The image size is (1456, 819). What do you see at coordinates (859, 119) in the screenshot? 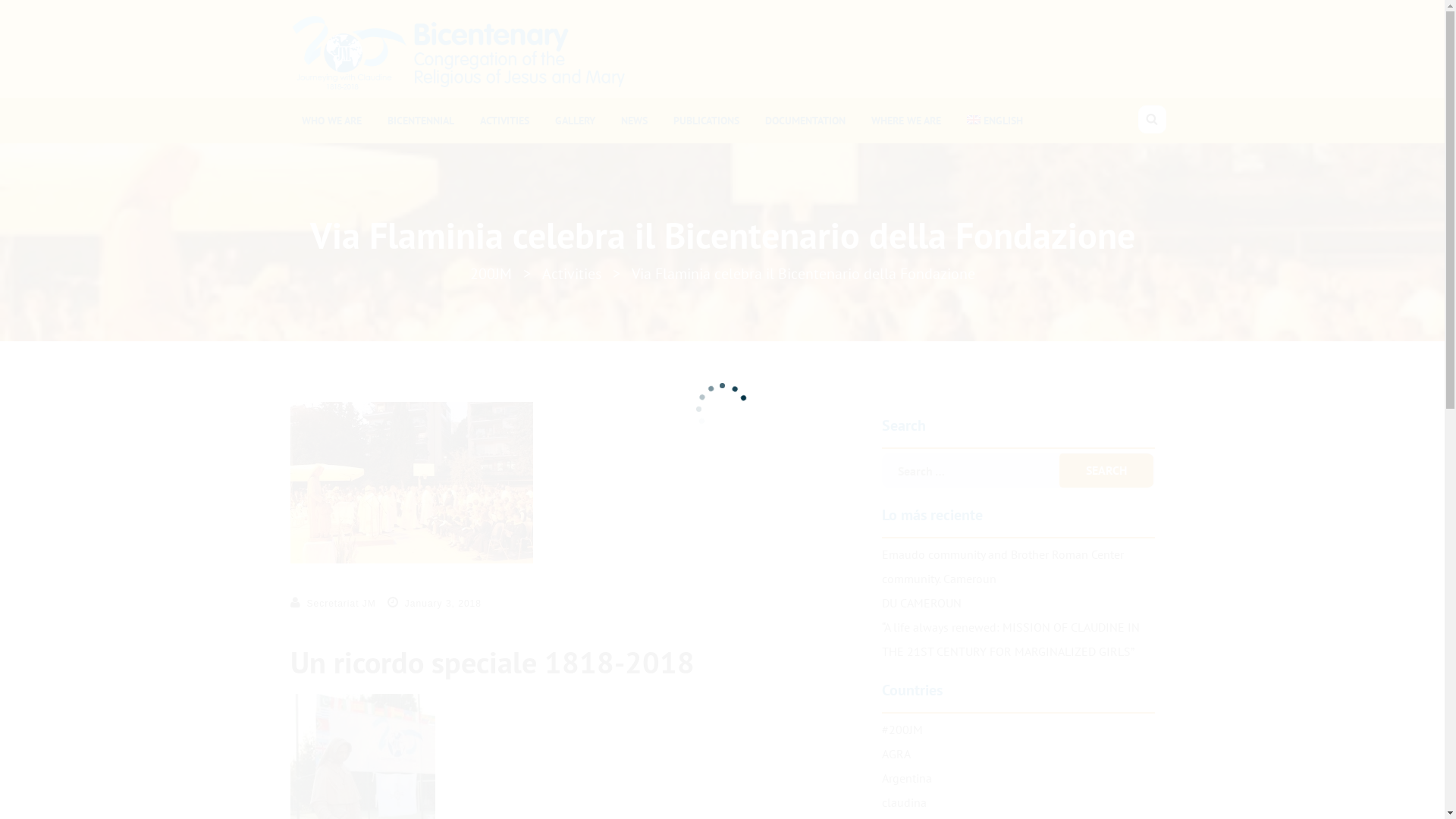
I see `'WHERE WE ARE'` at bounding box center [859, 119].